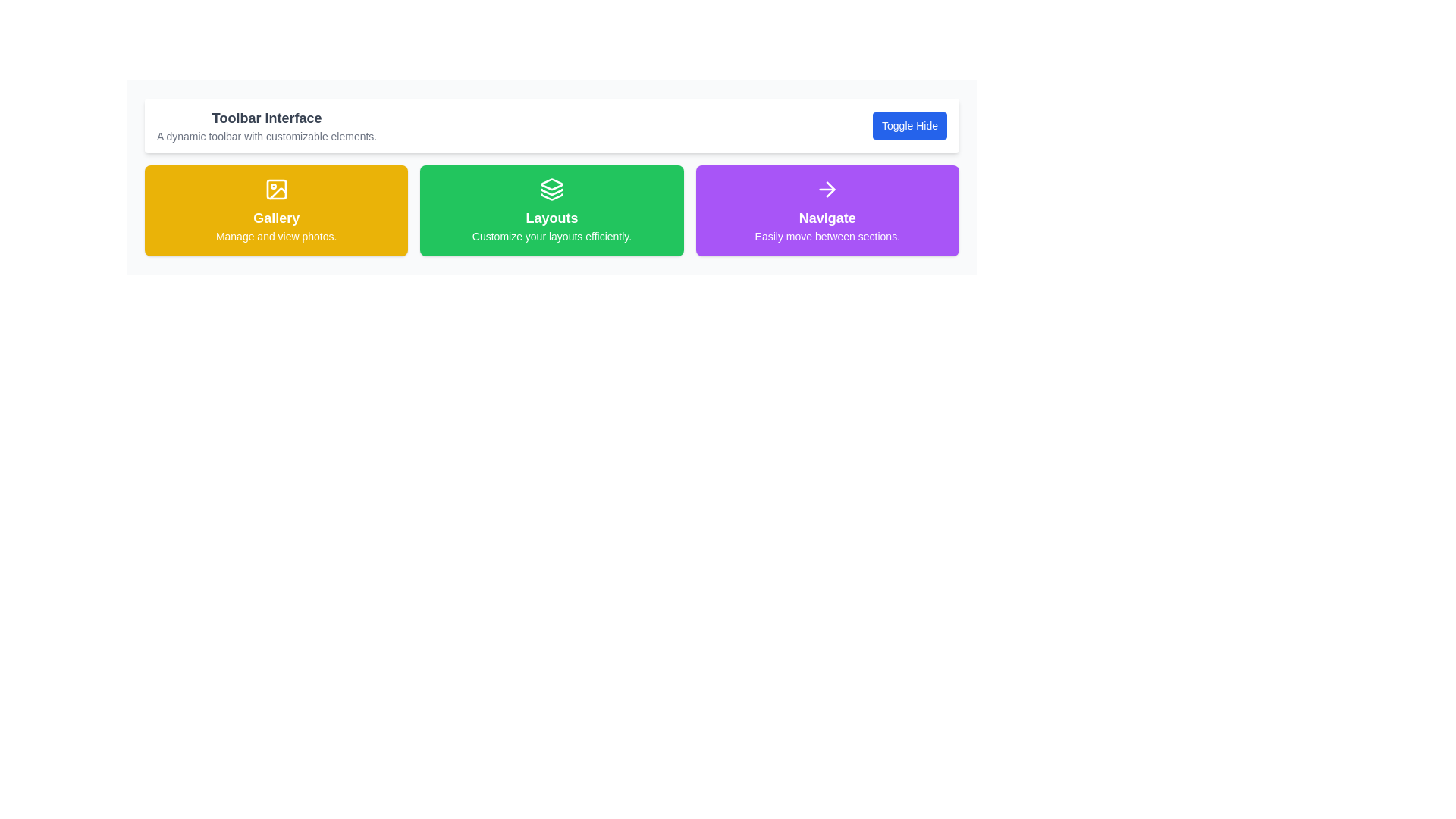 The image size is (1456, 819). What do you see at coordinates (267, 117) in the screenshot?
I see `the Text label (heading) that serves as a title for the section, providing context to the user regarding the associated functionality` at bounding box center [267, 117].